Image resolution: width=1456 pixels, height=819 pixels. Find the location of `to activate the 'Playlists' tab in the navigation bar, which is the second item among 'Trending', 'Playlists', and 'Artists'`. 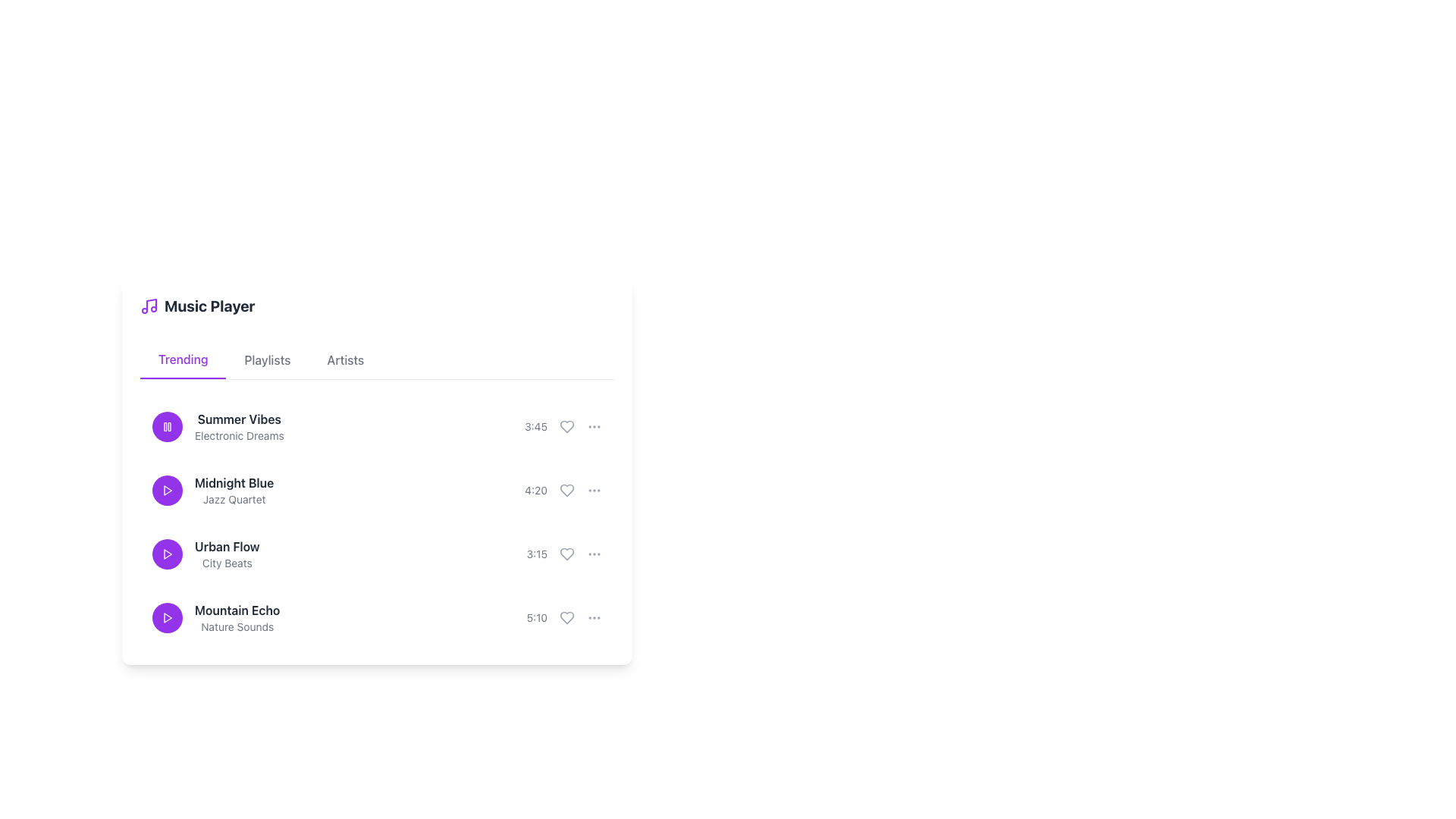

to activate the 'Playlists' tab in the navigation bar, which is the second item among 'Trending', 'Playlists', and 'Artists' is located at coordinates (267, 359).